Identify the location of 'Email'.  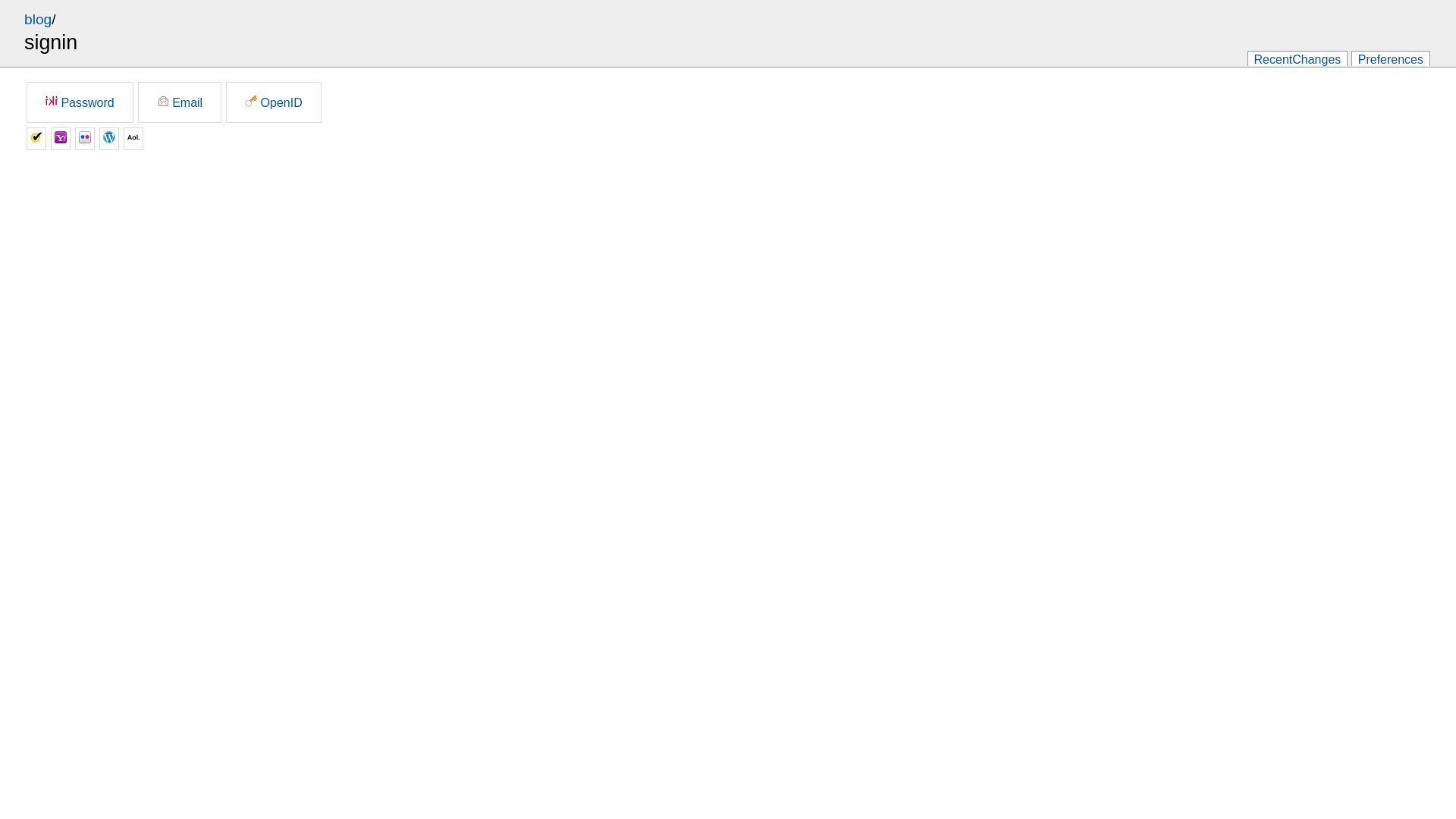
(179, 102).